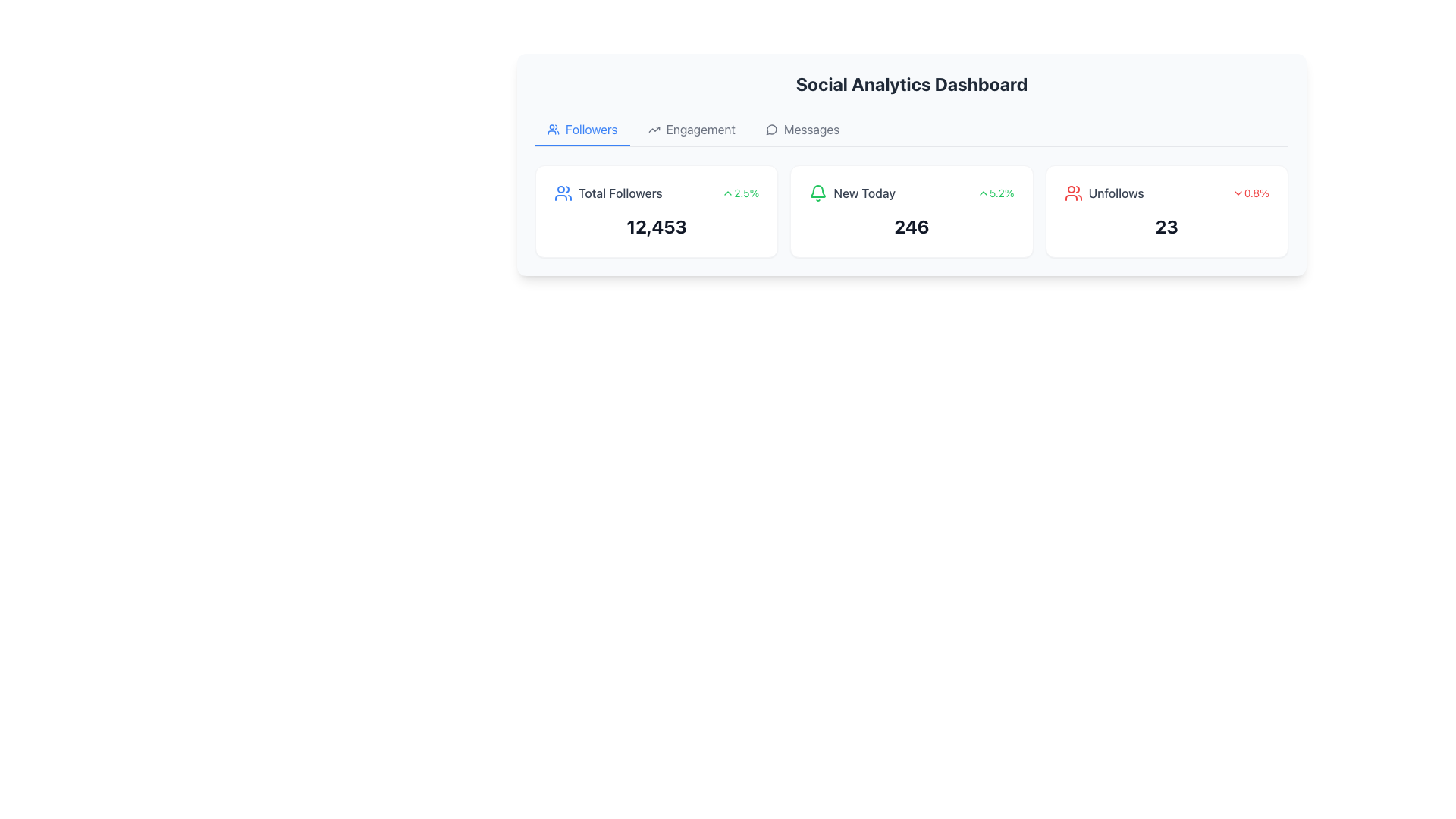 This screenshot has height=819, width=1456. Describe the element at coordinates (911, 84) in the screenshot. I see `the 'Social Analytics Dashboard' heading text for accessibility navigation` at that location.